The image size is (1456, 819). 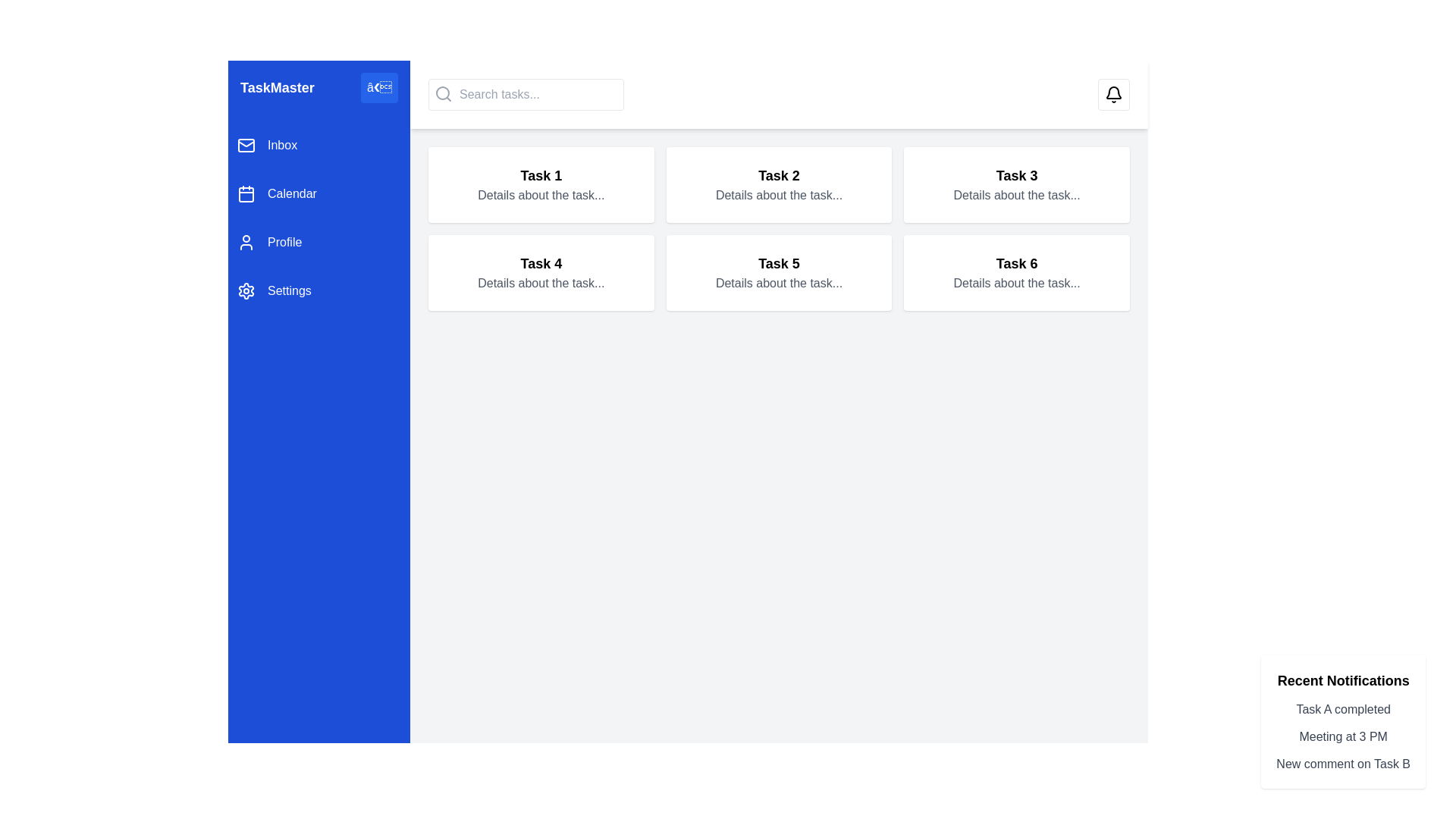 What do you see at coordinates (1343, 736) in the screenshot?
I see `the static text notification that reads 'Meeting at 3 PM' in the 'Recent Notifications' section` at bounding box center [1343, 736].